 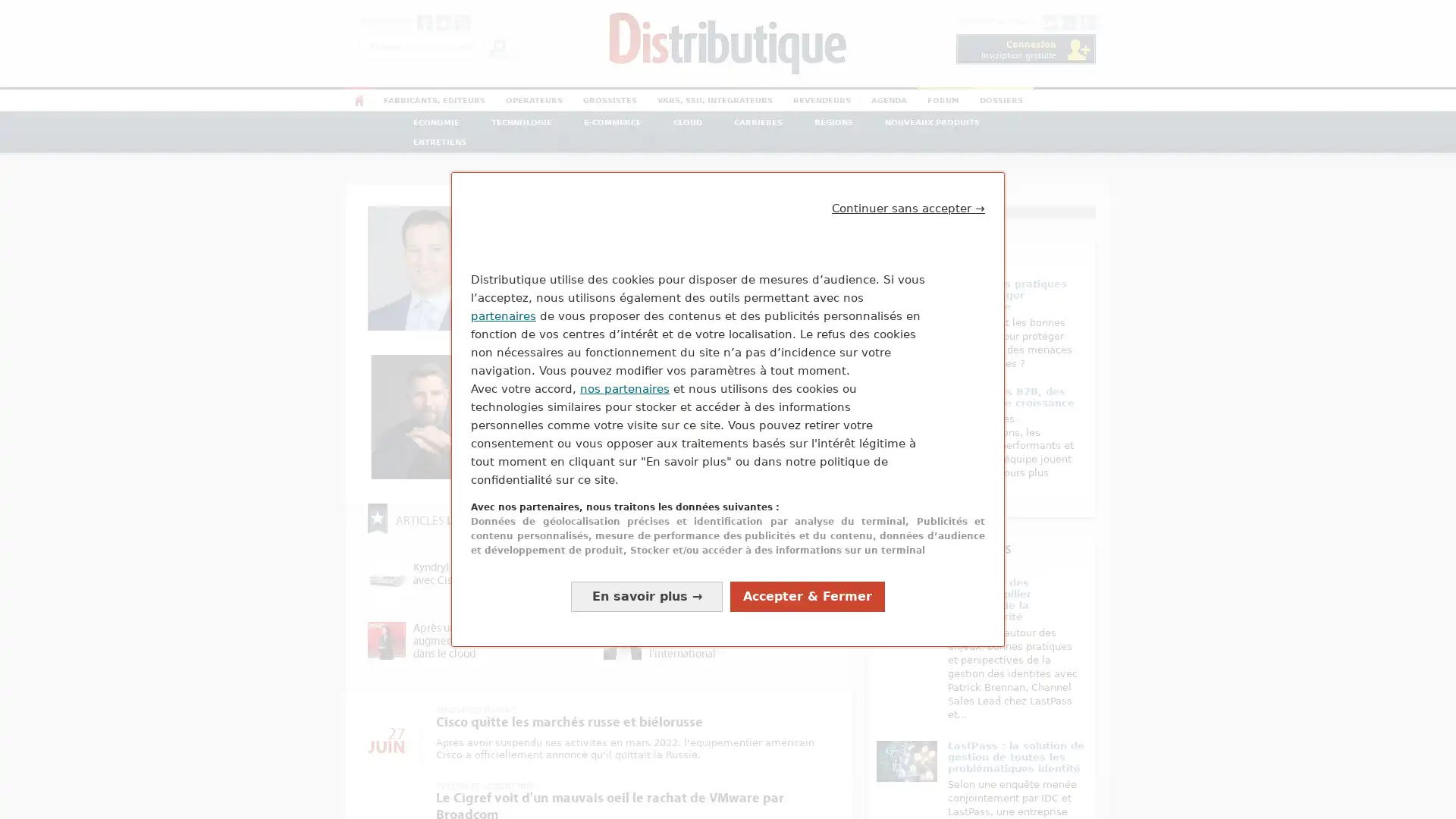 I want to click on Continuer sans accepter, so click(x=908, y=186).